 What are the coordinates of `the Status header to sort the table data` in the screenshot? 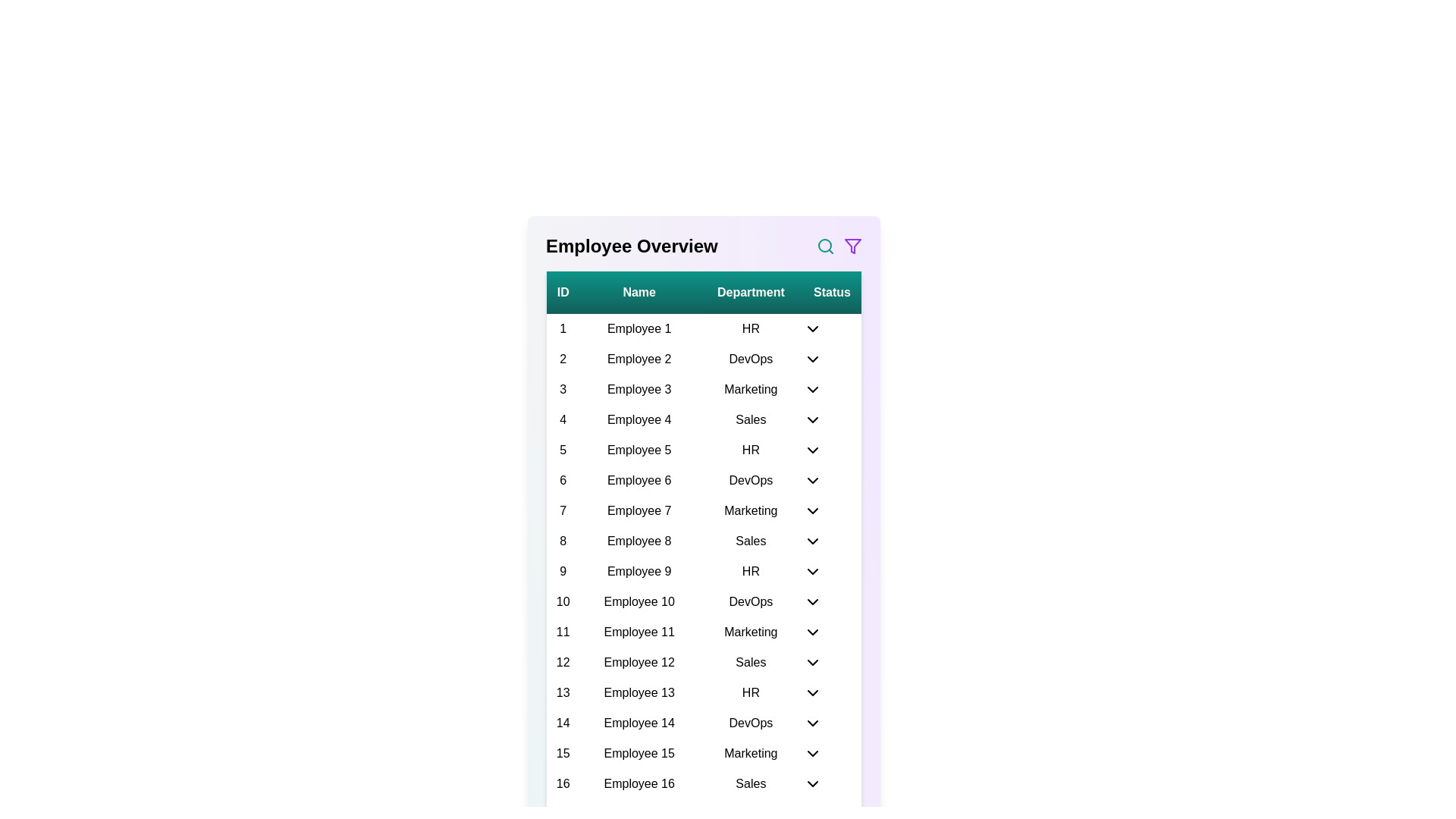 It's located at (831, 292).